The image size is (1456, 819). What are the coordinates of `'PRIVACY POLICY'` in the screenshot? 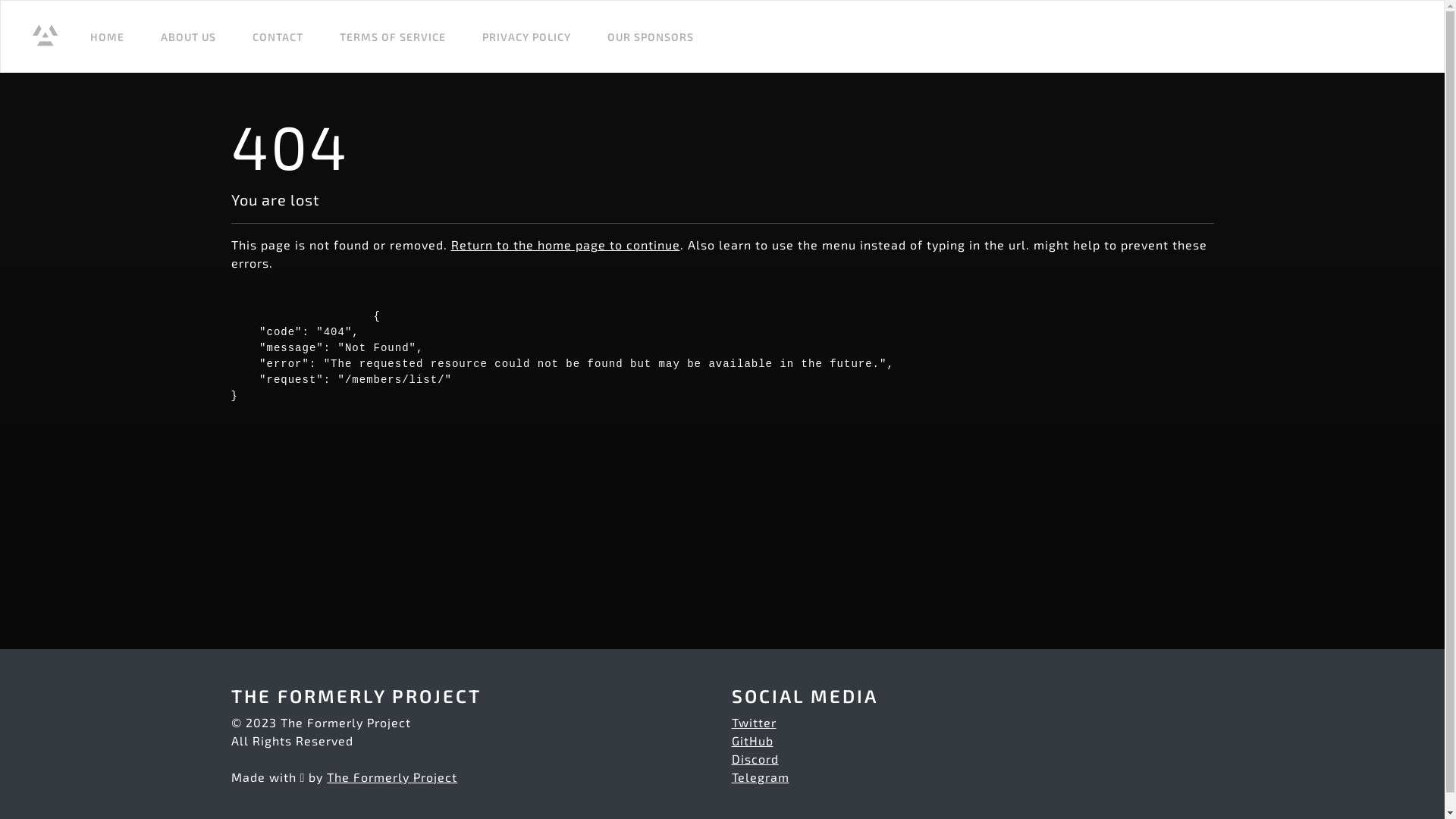 It's located at (526, 35).